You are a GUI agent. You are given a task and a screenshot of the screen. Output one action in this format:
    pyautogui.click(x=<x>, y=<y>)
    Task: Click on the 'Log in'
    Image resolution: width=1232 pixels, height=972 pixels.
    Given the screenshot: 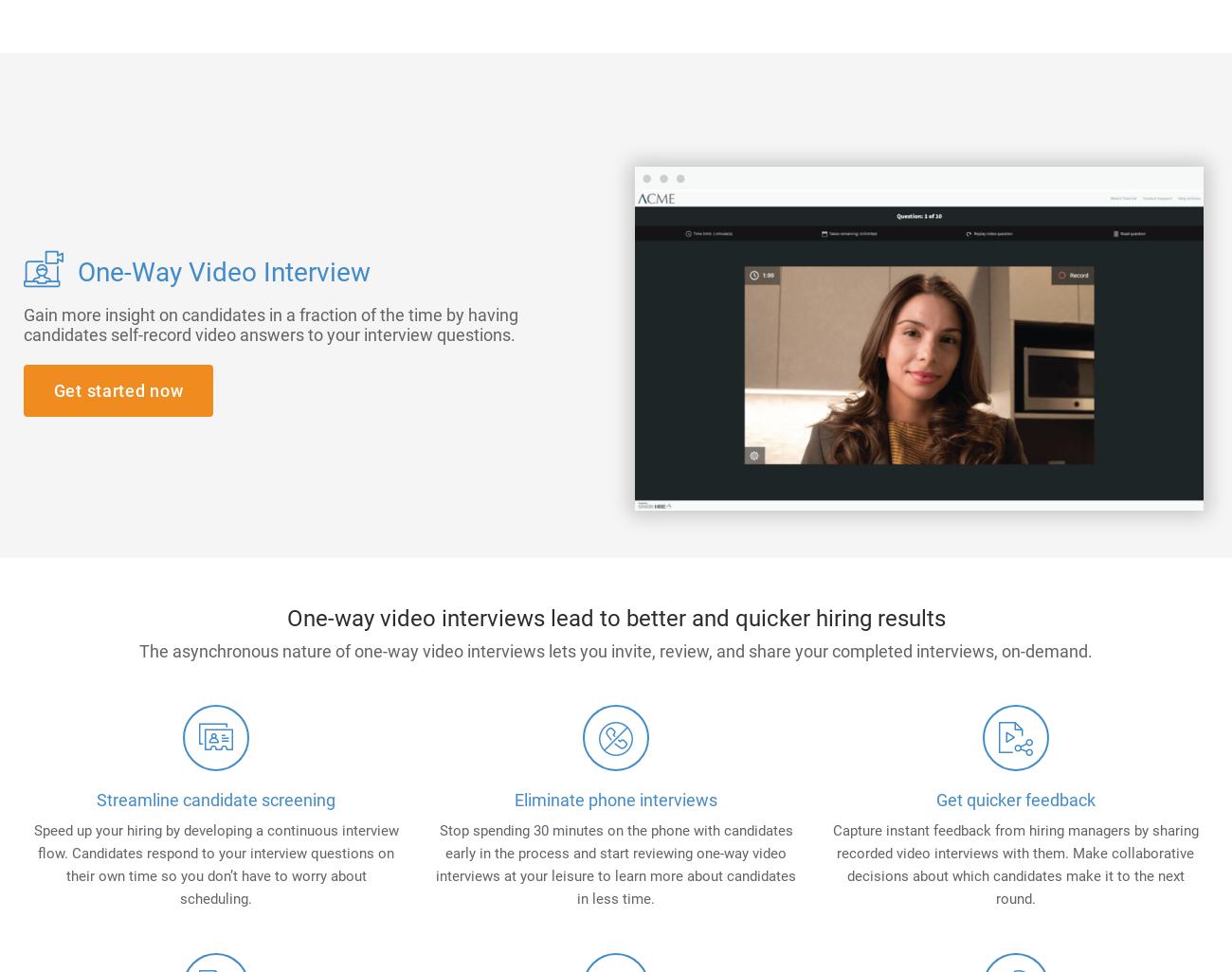 What is the action you would take?
    pyautogui.click(x=989, y=85)
    